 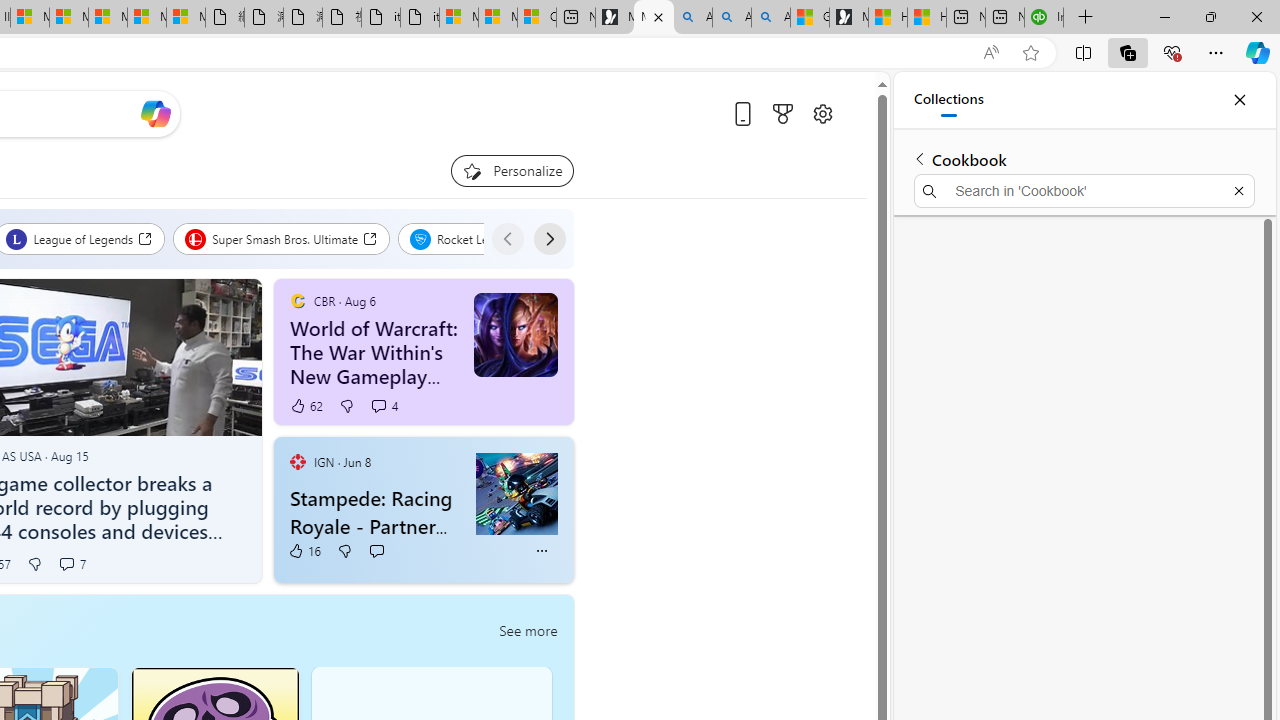 What do you see at coordinates (925, 17) in the screenshot?
I see `'How to Use a TV as a Computer Monitor'` at bounding box center [925, 17].